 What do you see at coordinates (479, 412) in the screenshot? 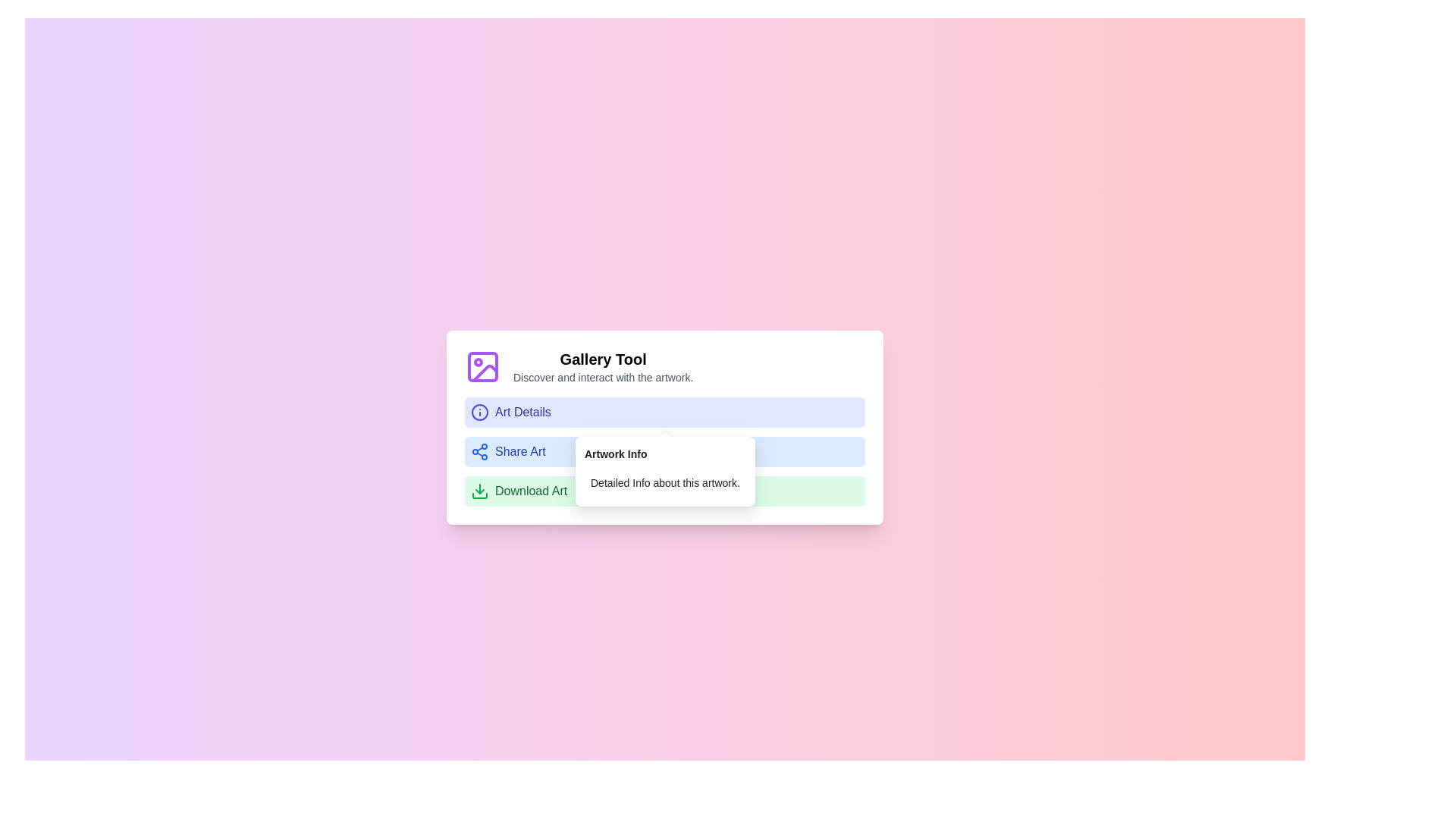
I see `the circular SVG element representing part of the information icon, which is located near the 'Share Art' button, to interact with the tooltip` at bounding box center [479, 412].